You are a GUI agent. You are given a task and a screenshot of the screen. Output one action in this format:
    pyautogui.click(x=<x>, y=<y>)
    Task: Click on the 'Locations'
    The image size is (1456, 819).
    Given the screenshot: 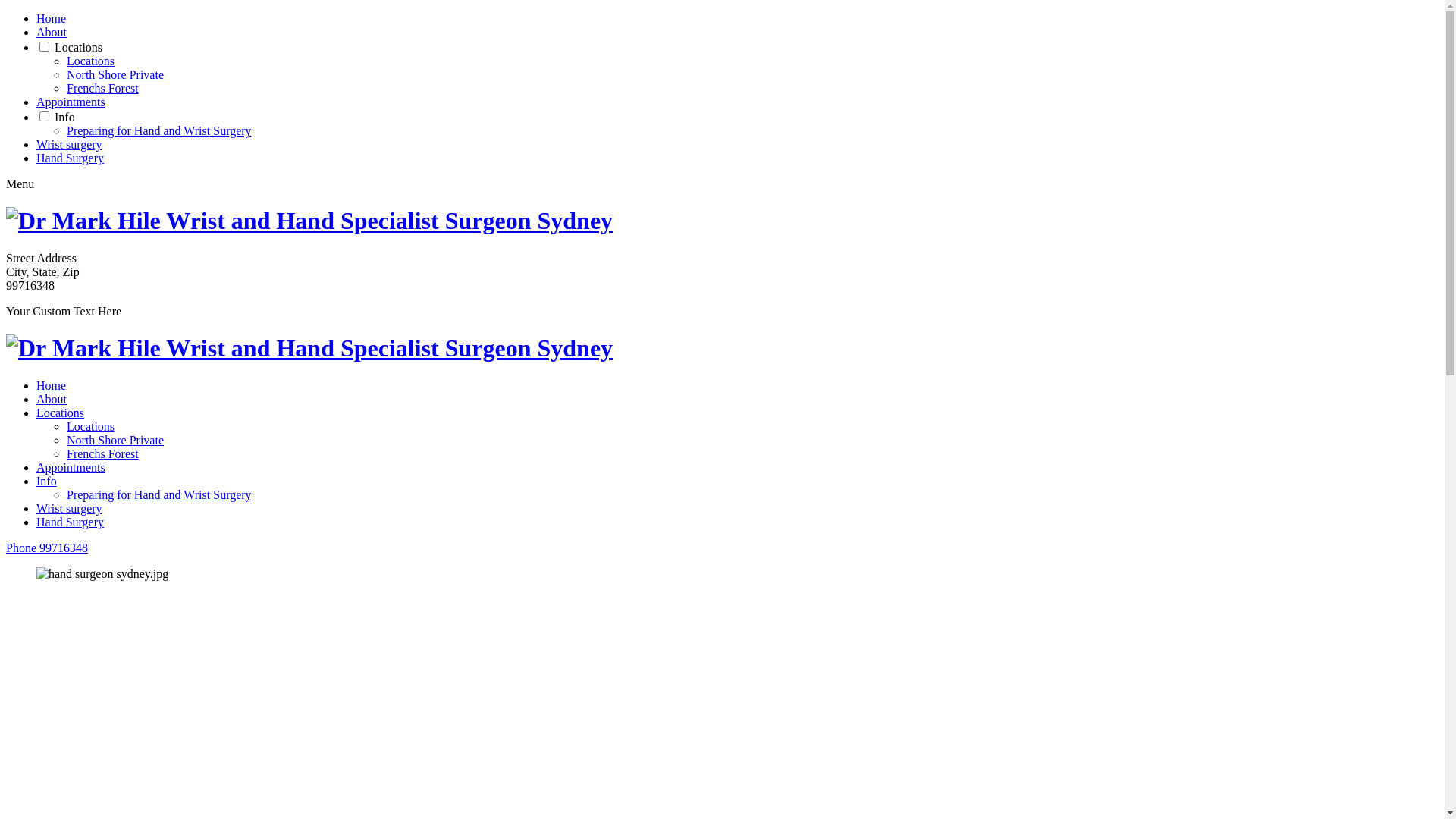 What is the action you would take?
    pyautogui.click(x=89, y=426)
    